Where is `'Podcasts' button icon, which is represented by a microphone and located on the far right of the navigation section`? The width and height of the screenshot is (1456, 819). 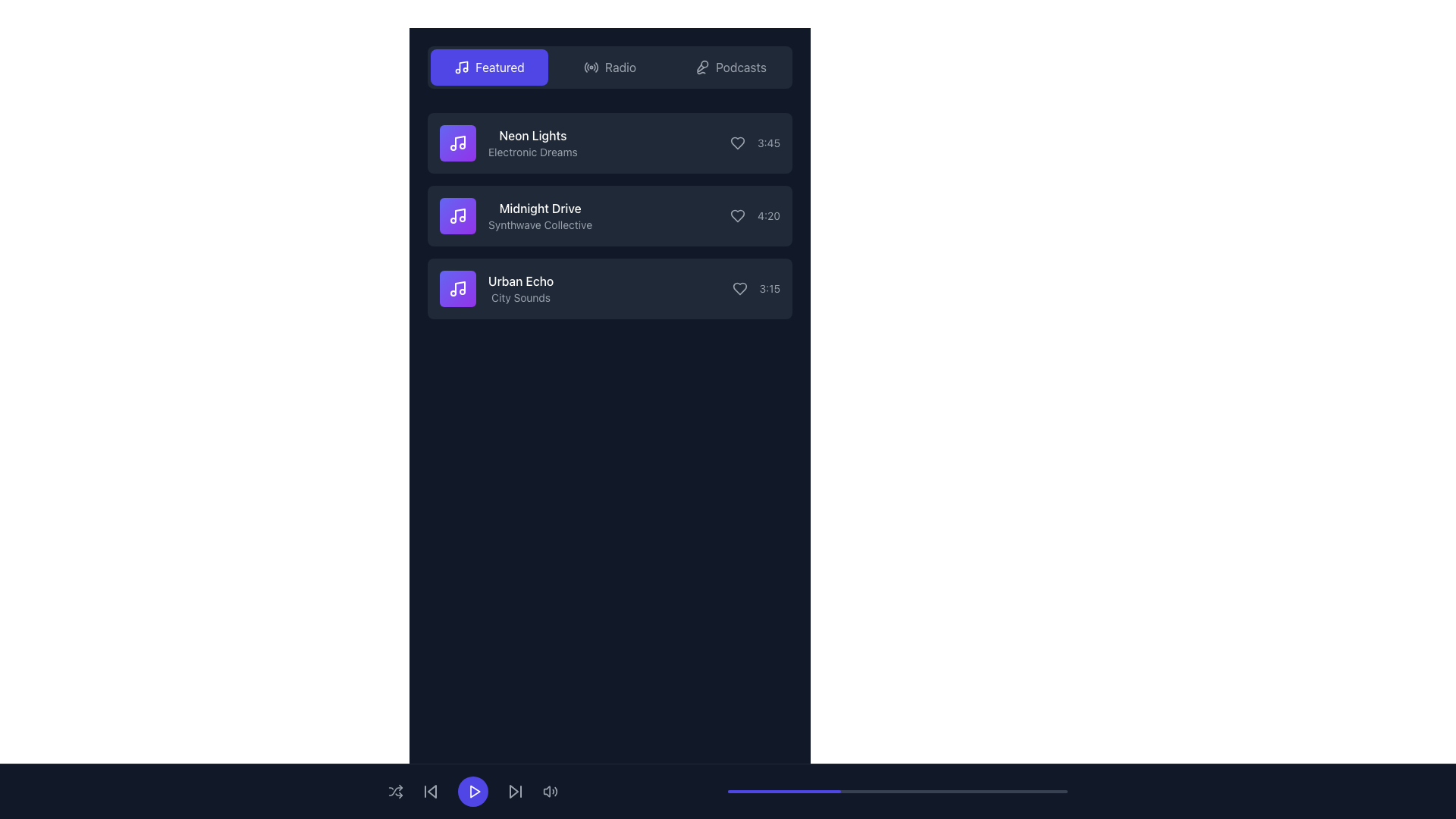 'Podcasts' button icon, which is represented by a microphone and located on the far right of the navigation section is located at coordinates (701, 66).